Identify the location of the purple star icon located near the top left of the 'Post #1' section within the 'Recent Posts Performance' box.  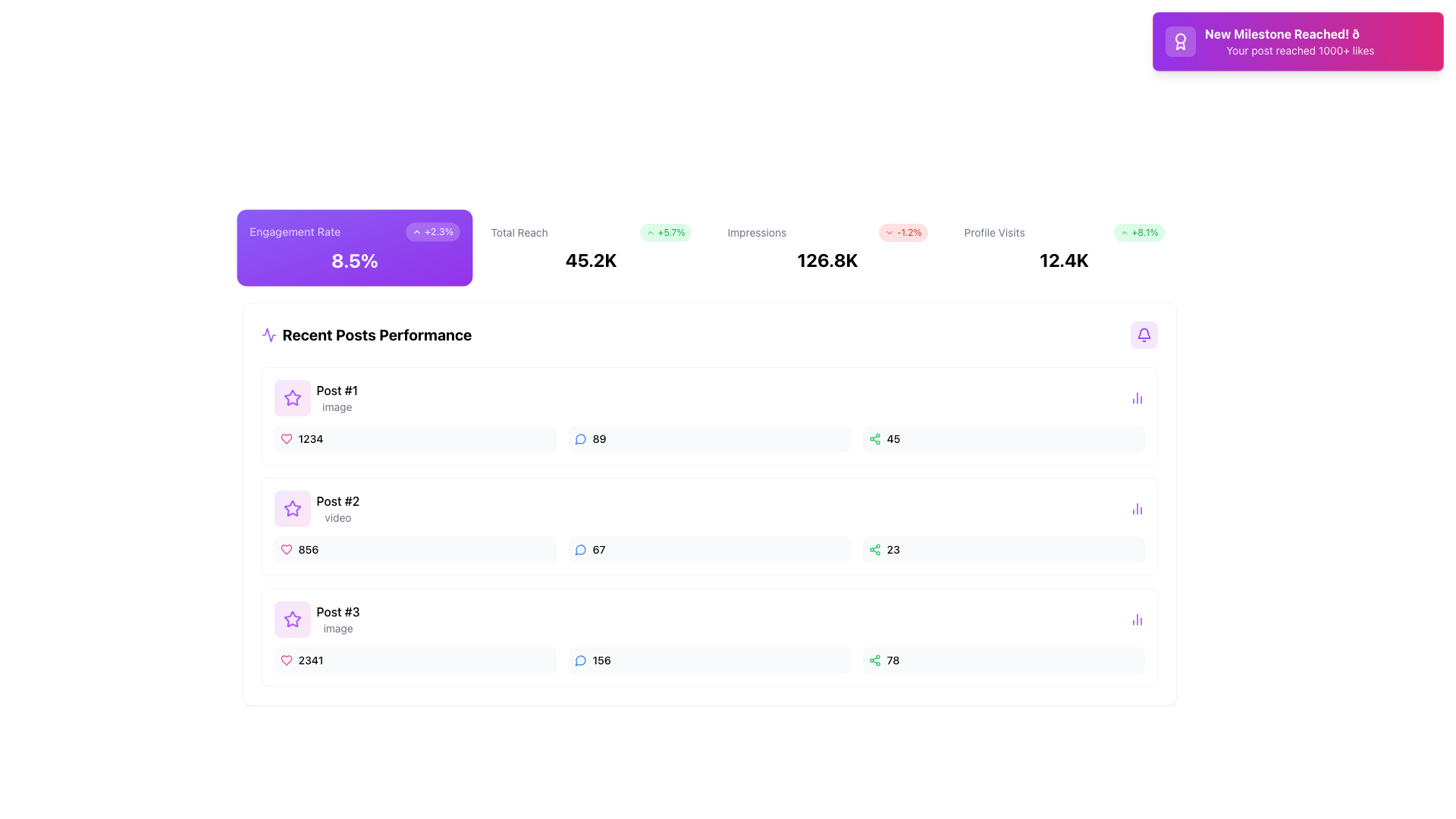
(292, 508).